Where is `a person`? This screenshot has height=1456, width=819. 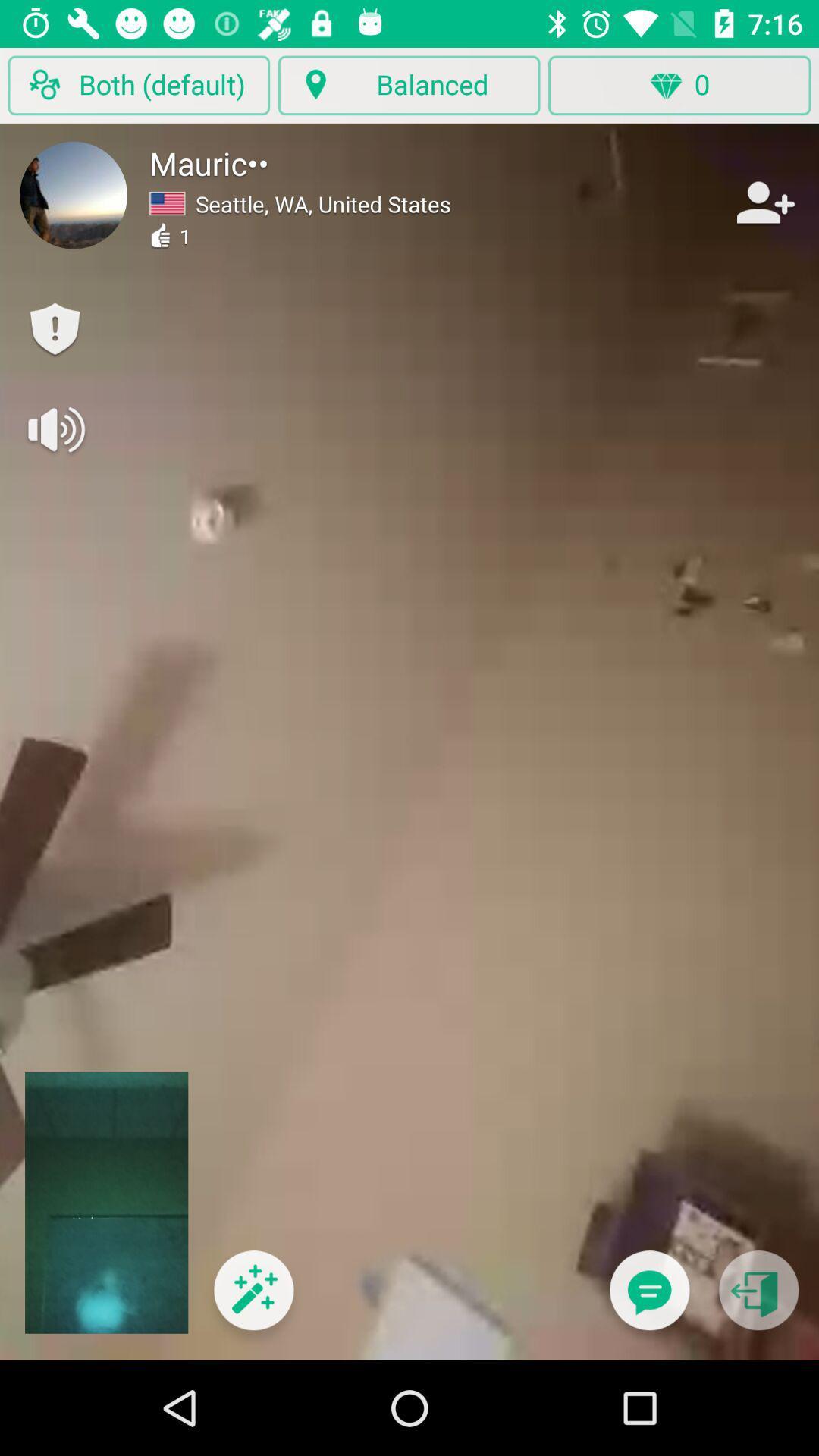
a person is located at coordinates (764, 202).